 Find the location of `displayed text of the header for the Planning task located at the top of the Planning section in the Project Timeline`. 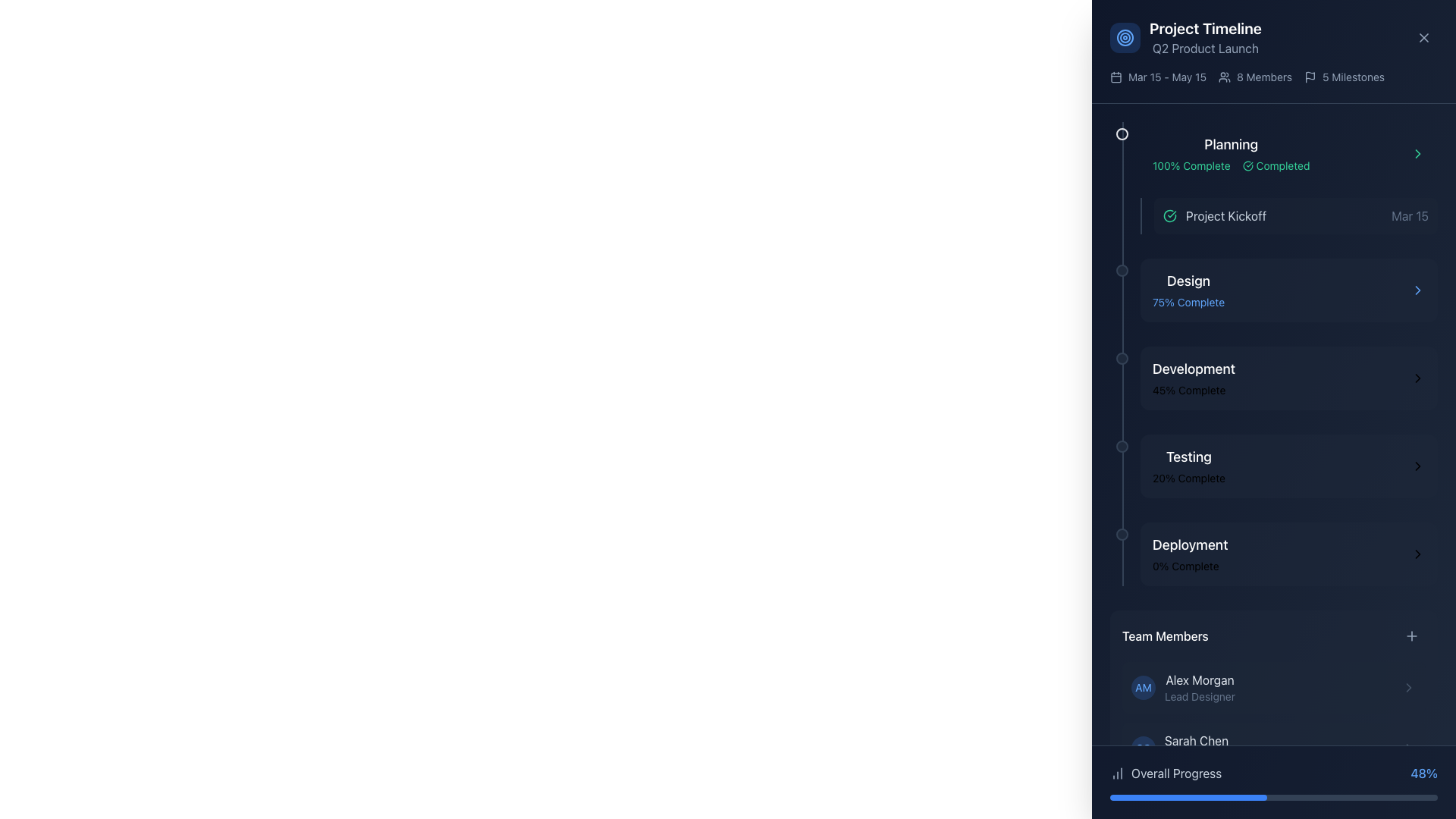

displayed text of the header for the Planning task located at the top of the Planning section in the Project Timeline is located at coordinates (1231, 145).